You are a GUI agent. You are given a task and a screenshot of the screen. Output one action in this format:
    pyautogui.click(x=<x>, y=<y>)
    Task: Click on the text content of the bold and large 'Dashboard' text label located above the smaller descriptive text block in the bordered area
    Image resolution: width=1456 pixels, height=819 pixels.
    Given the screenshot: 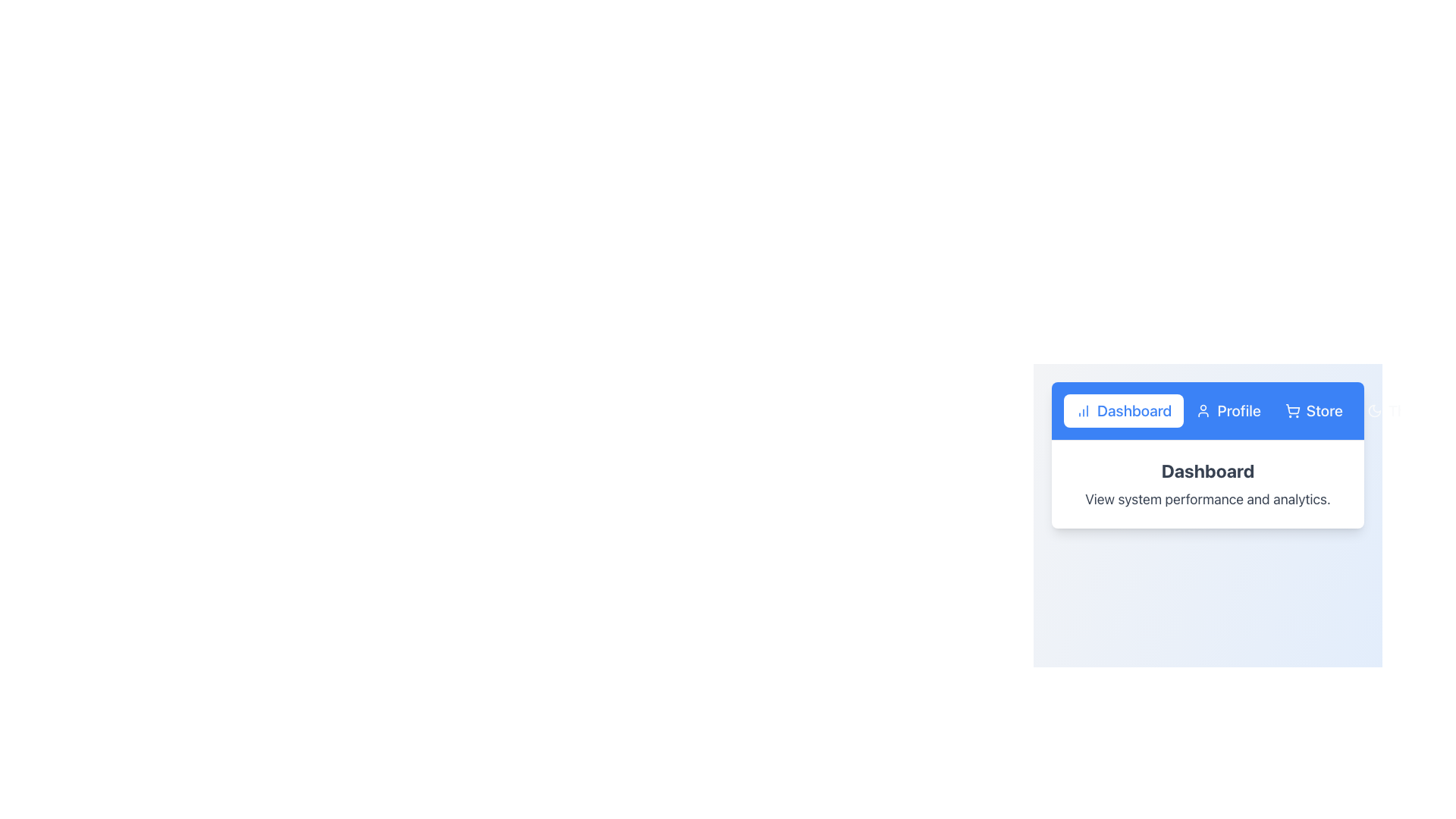 What is the action you would take?
    pyautogui.click(x=1207, y=470)
    